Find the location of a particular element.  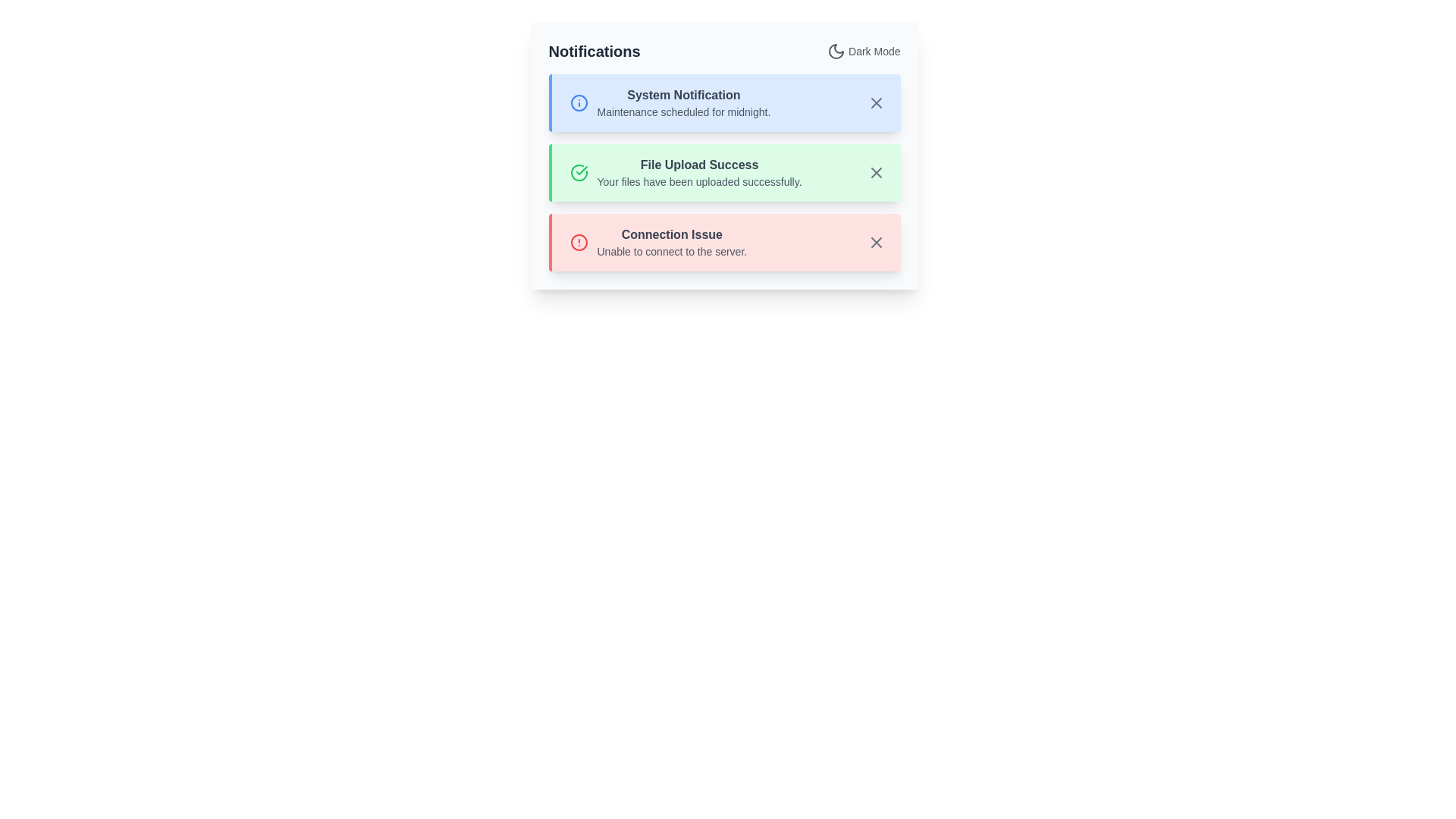

the 'Dark Mode' text label located at the upper-right corner of the notifications widget, adjacent to the moon icon is located at coordinates (874, 51).